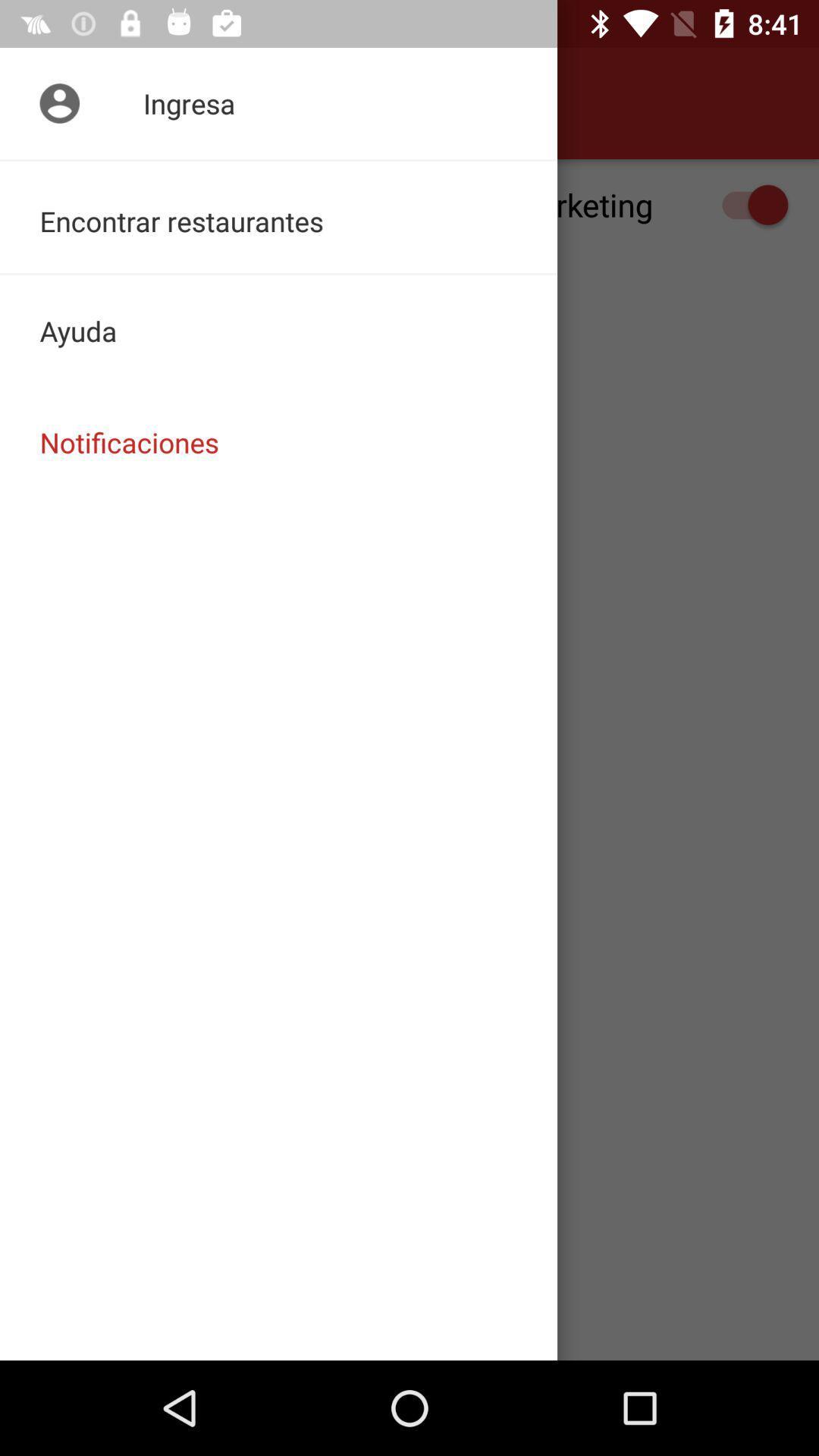 The height and width of the screenshot is (1456, 819). Describe the element at coordinates (55, 102) in the screenshot. I see `the icon next to notificationes icon` at that location.